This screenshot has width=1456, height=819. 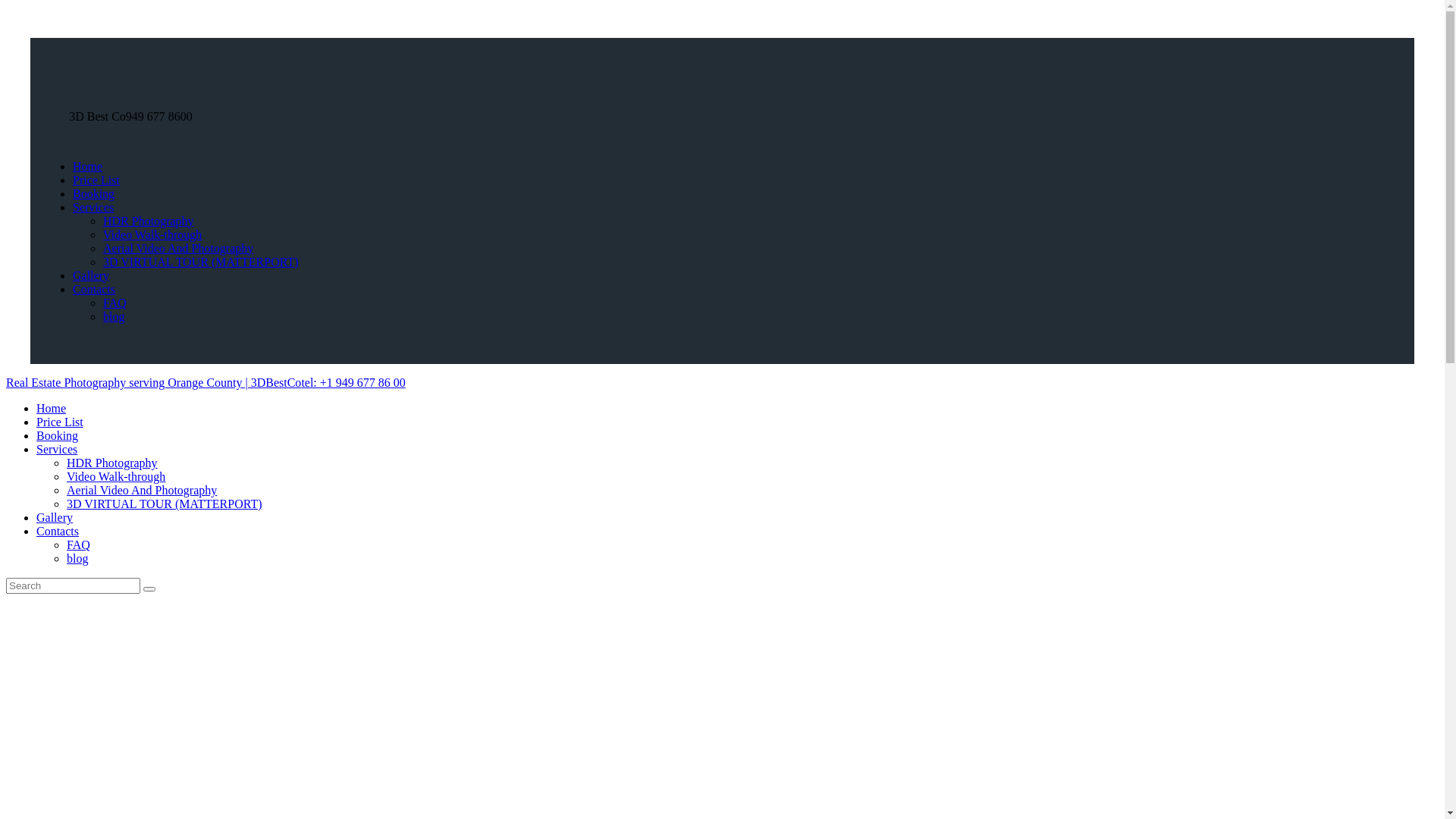 What do you see at coordinates (95, 179) in the screenshot?
I see `'Price List'` at bounding box center [95, 179].